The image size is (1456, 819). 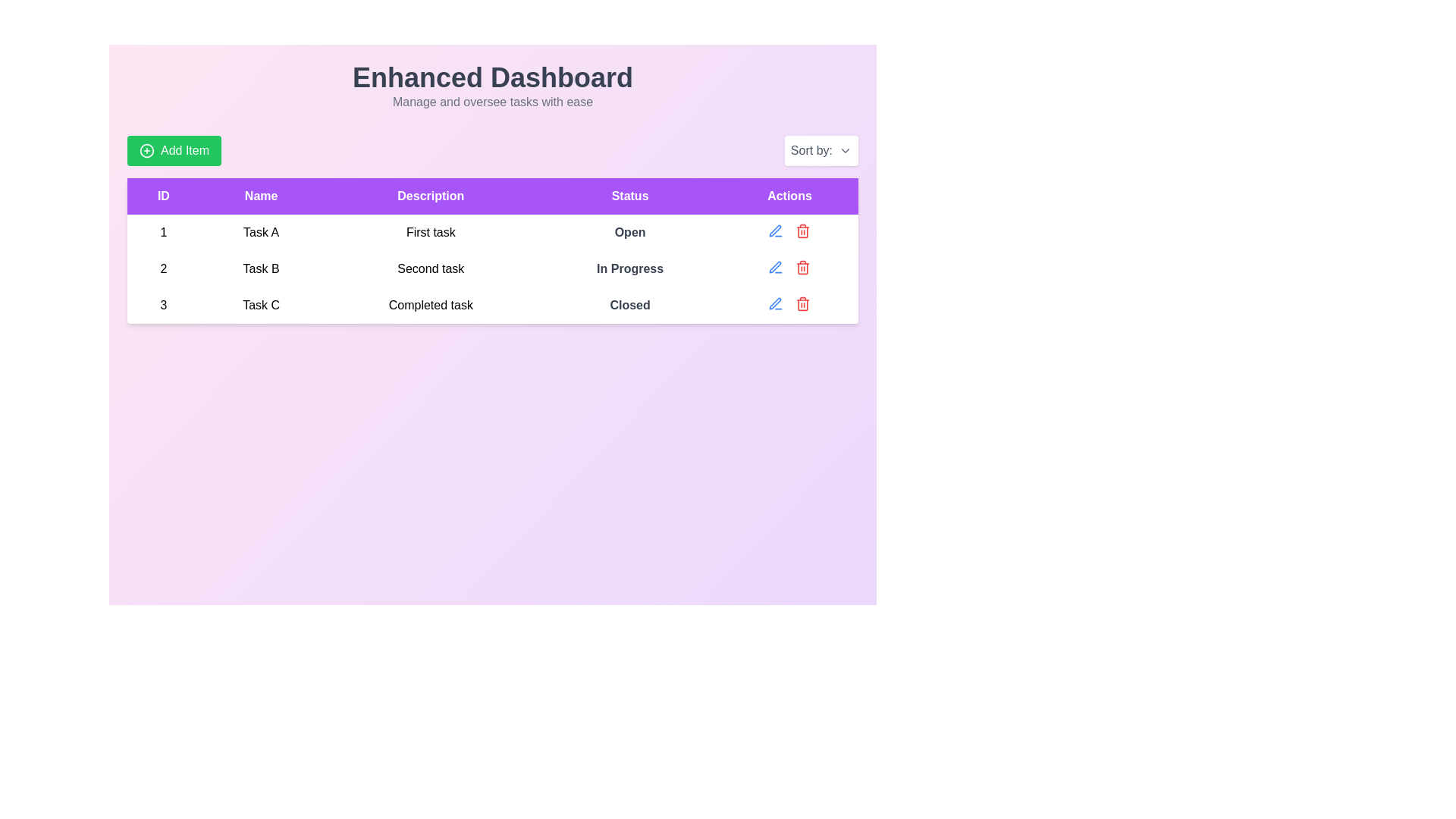 I want to click on the 'Completed task' text label in the Description column for Task C, which indicates its status, so click(x=430, y=305).